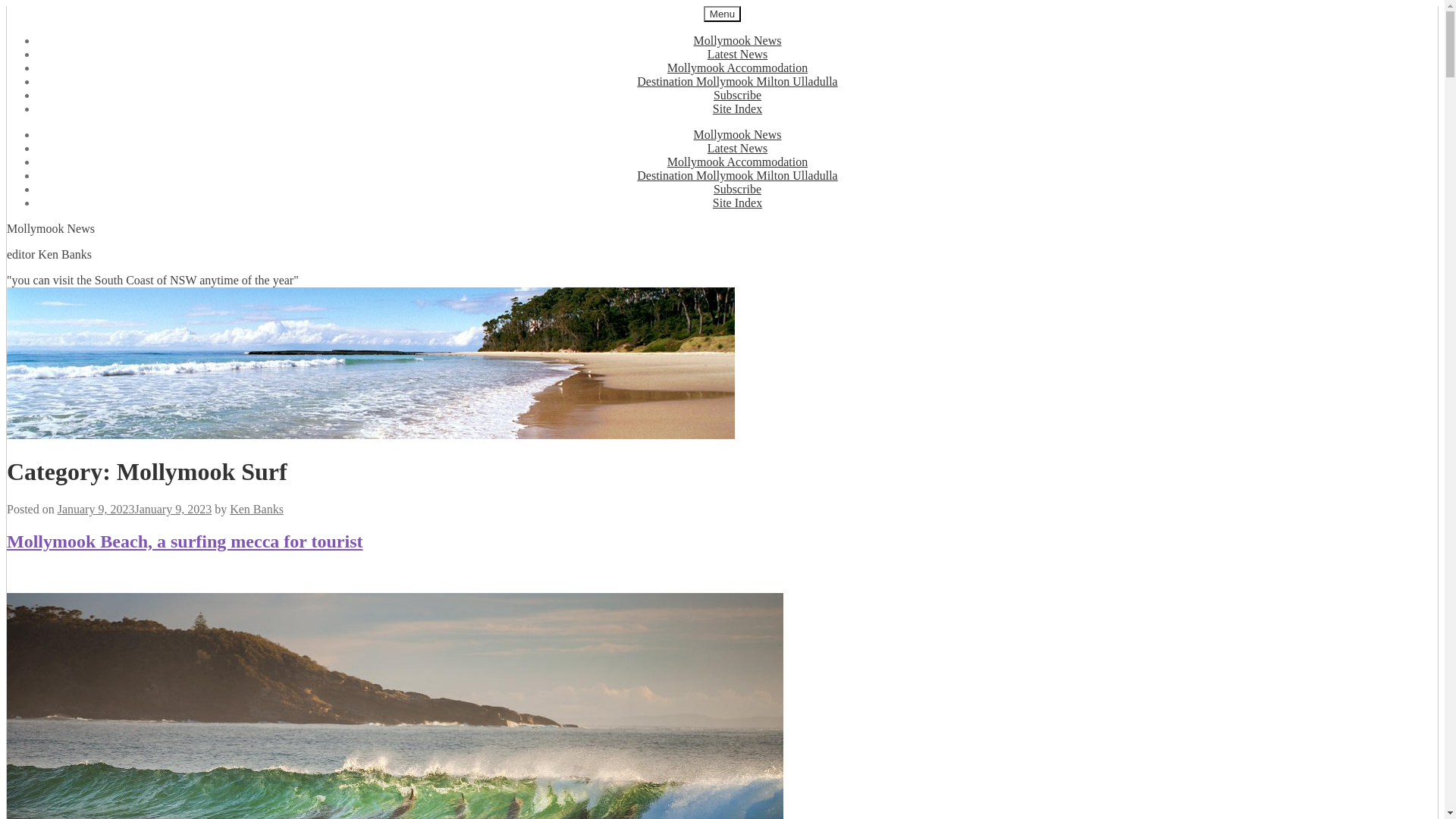 The width and height of the screenshot is (1456, 819). I want to click on 'Destination Mollymook Milton Ulladulla', so click(736, 174).